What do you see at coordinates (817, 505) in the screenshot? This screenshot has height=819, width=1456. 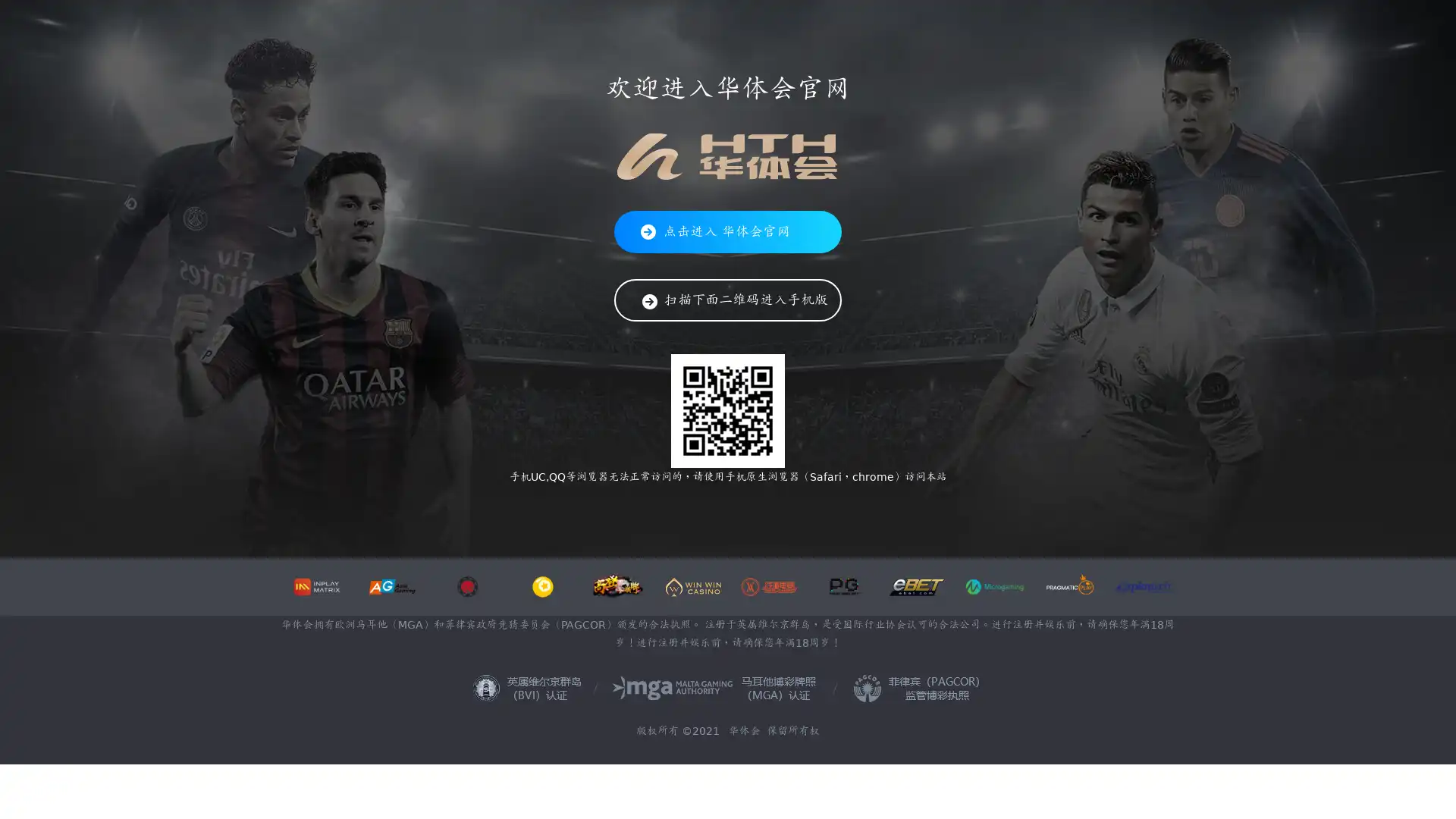 I see `14` at bounding box center [817, 505].